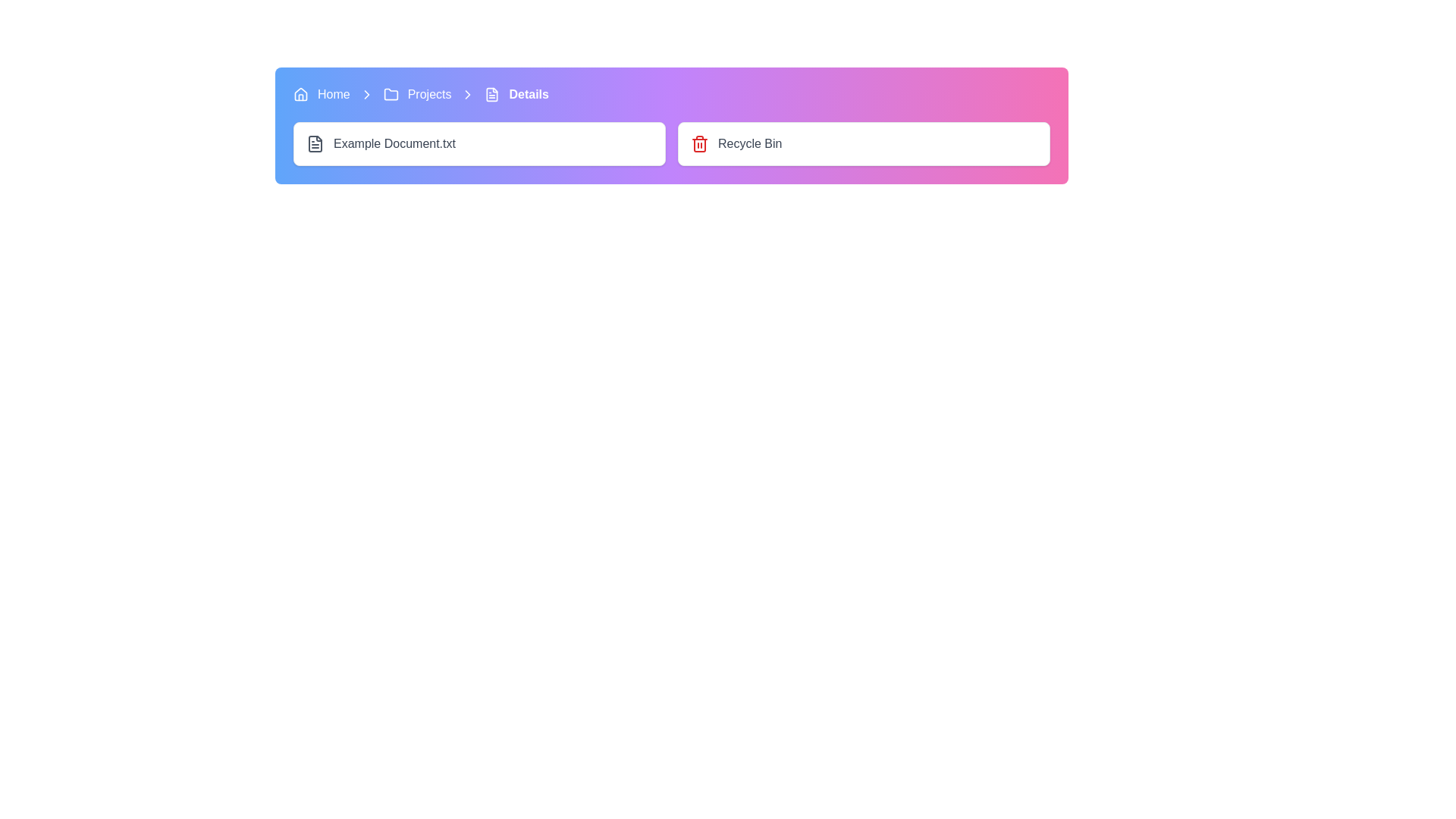  I want to click on the document icon in the breadcrumb navigation, which is styled in white against a blue background and positioned between the folder icon labeled 'Projects' and the text 'Details', so click(492, 94).